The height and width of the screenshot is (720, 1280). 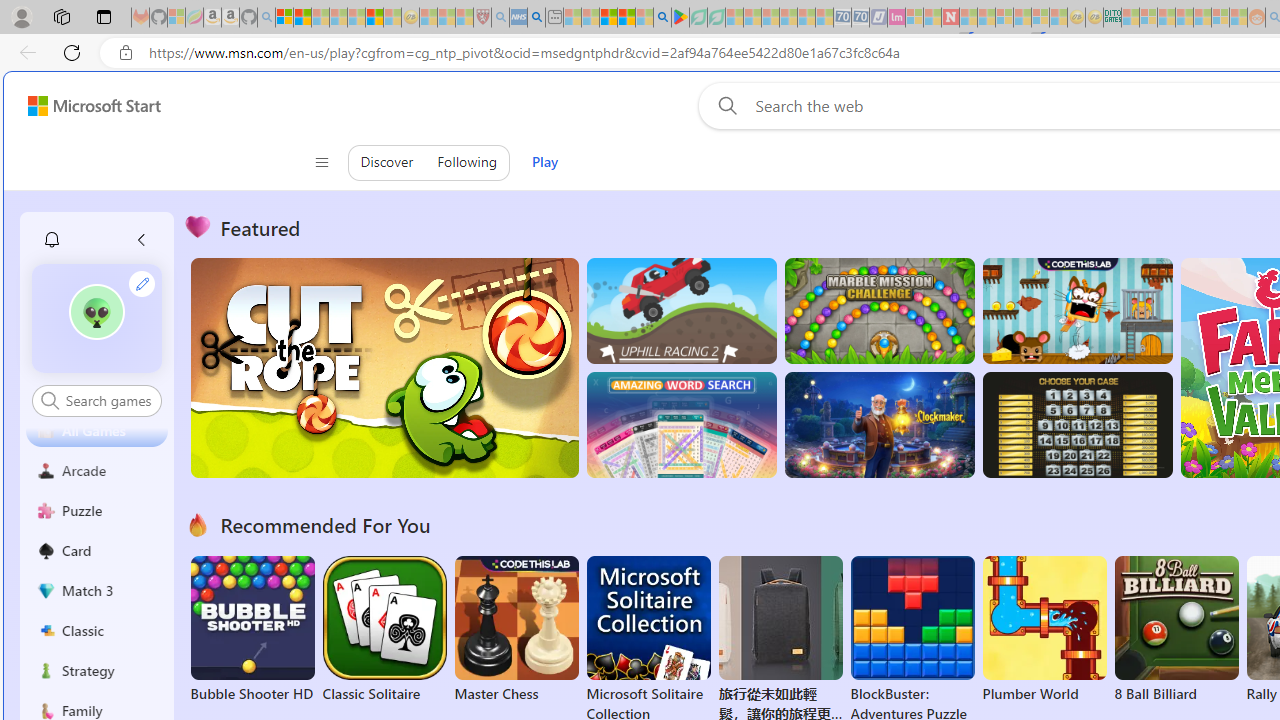 What do you see at coordinates (879, 311) in the screenshot?
I see `'Marble Mission : Challenge'` at bounding box center [879, 311].